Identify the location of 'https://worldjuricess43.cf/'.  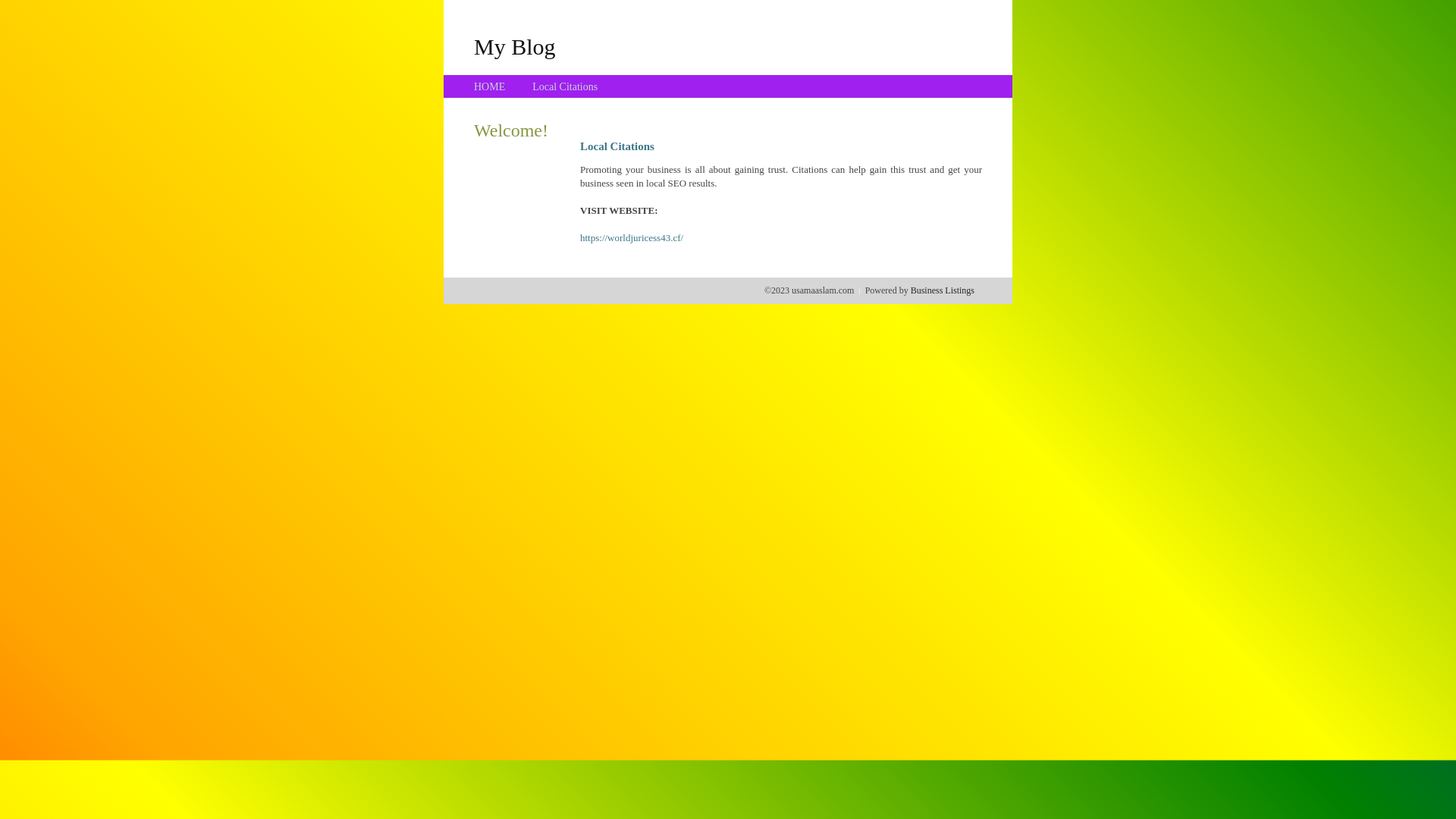
(579, 237).